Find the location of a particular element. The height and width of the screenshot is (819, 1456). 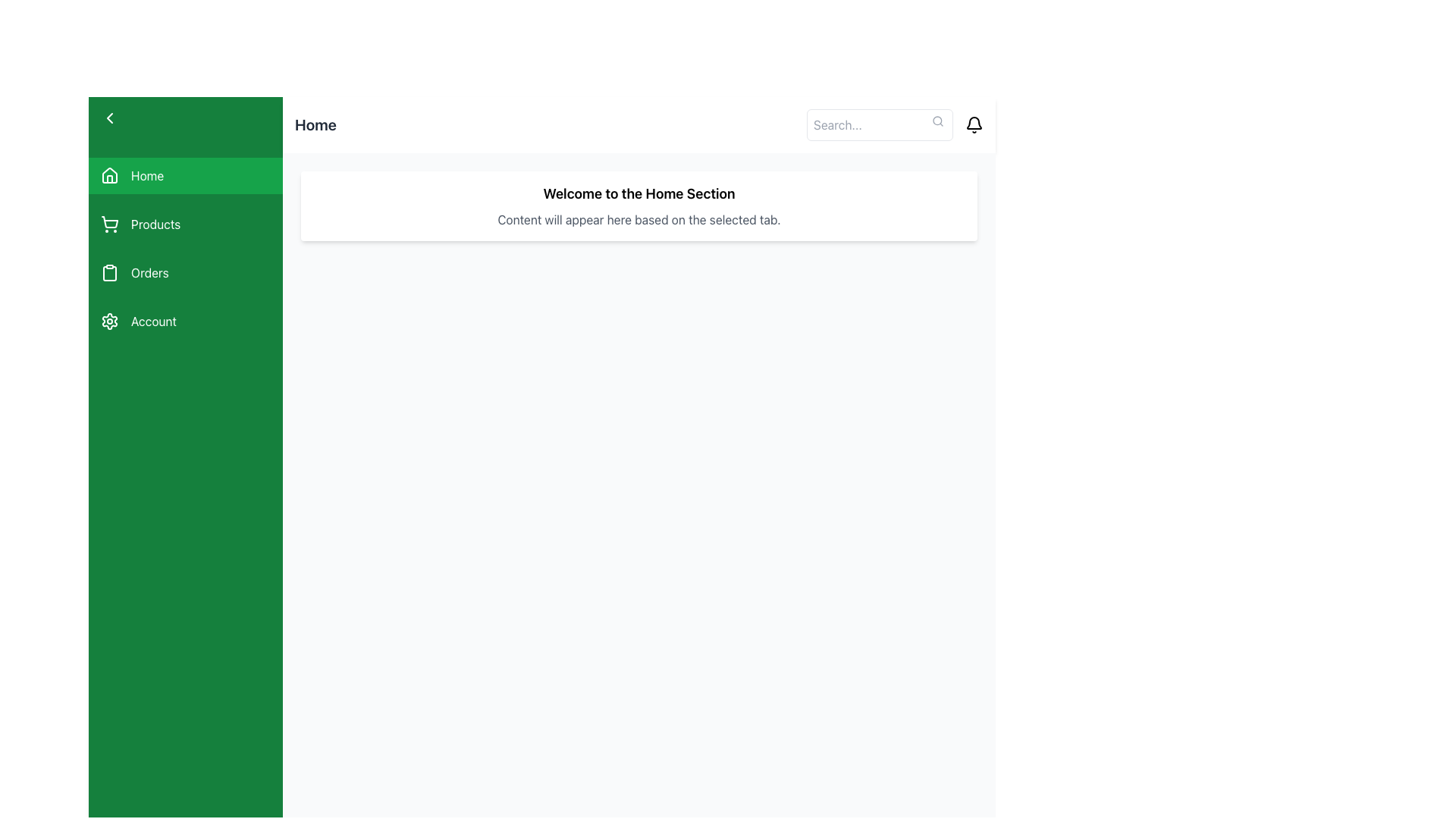

the back button located at the top of the sidebar, which allows navigation to the previous or higher-level view in the hierarchy is located at coordinates (184, 117).